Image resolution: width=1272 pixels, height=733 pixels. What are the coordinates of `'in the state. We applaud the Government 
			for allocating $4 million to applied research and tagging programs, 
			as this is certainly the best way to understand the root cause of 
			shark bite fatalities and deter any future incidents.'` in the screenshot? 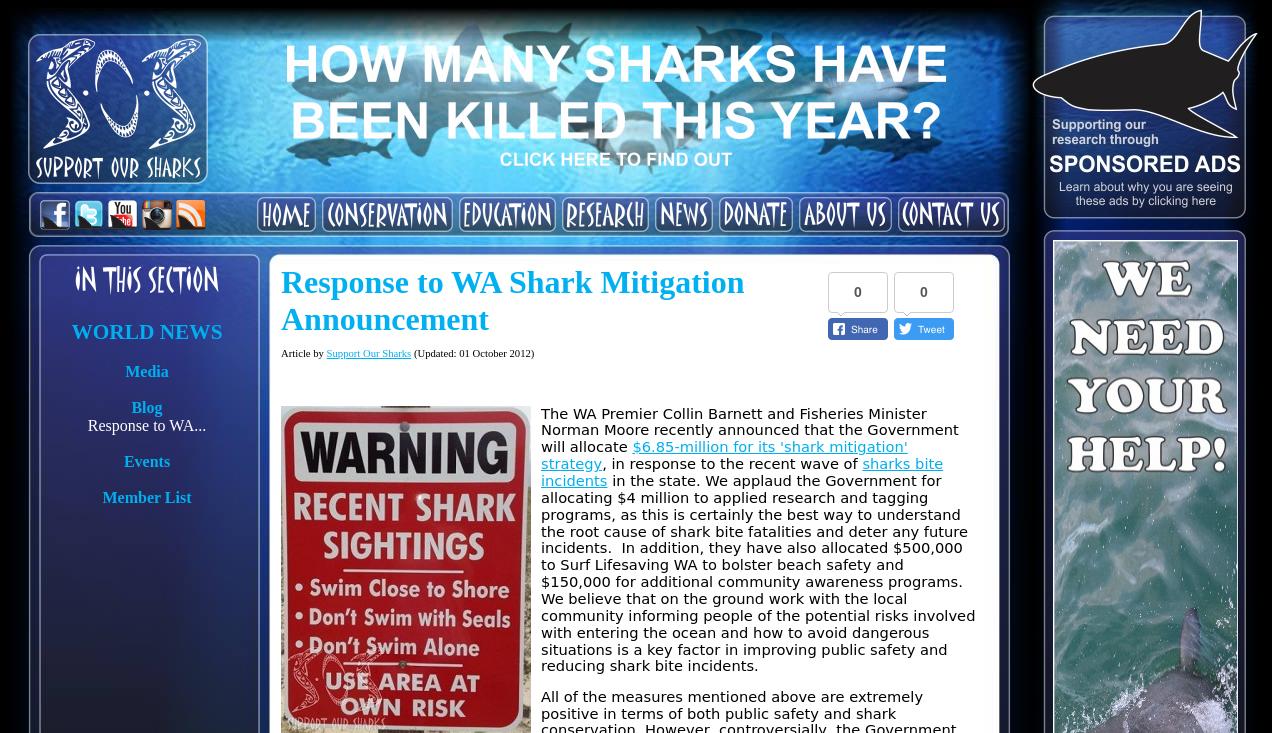 It's located at (753, 512).